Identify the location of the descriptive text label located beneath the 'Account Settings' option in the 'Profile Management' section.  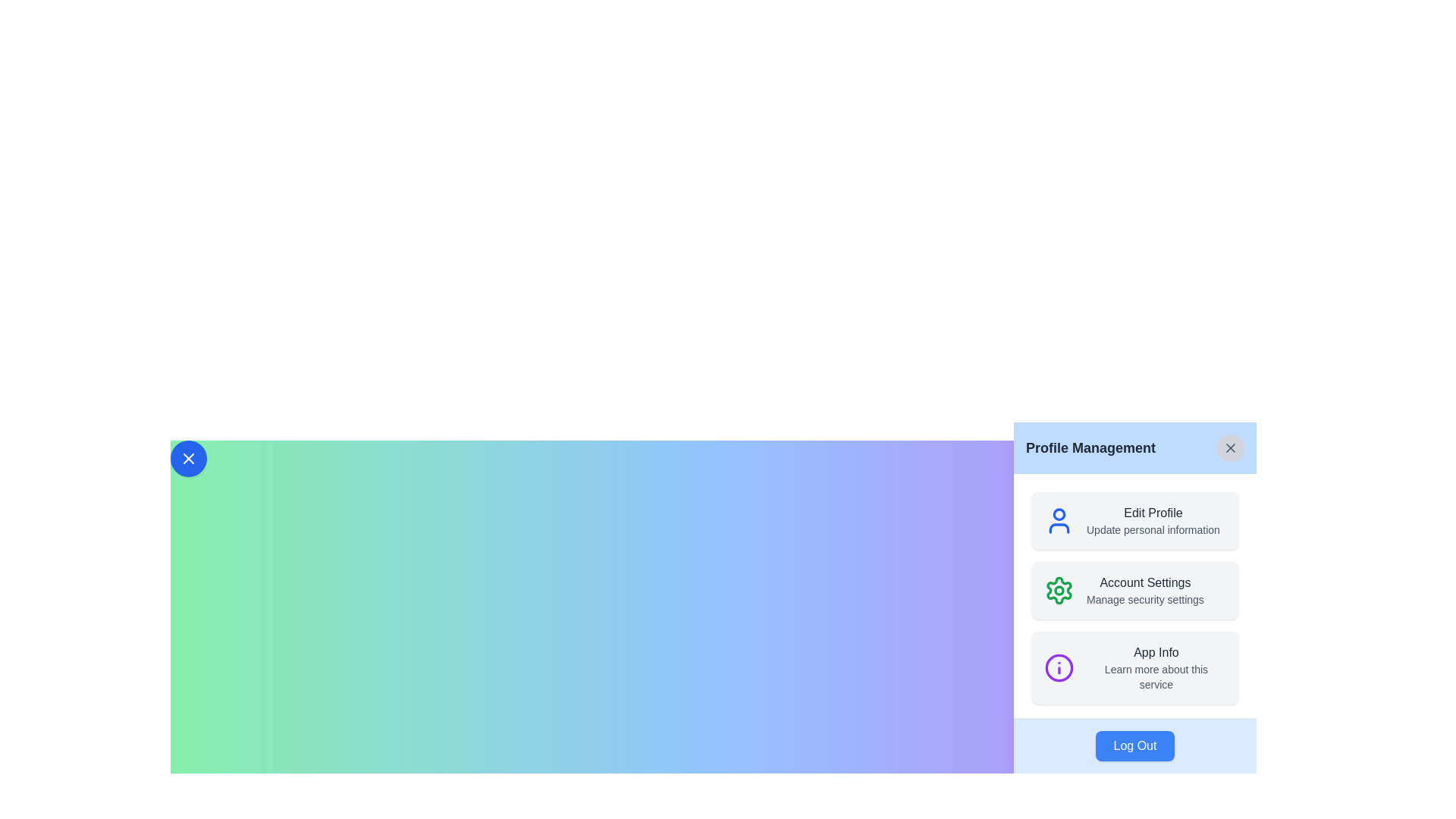
(1145, 598).